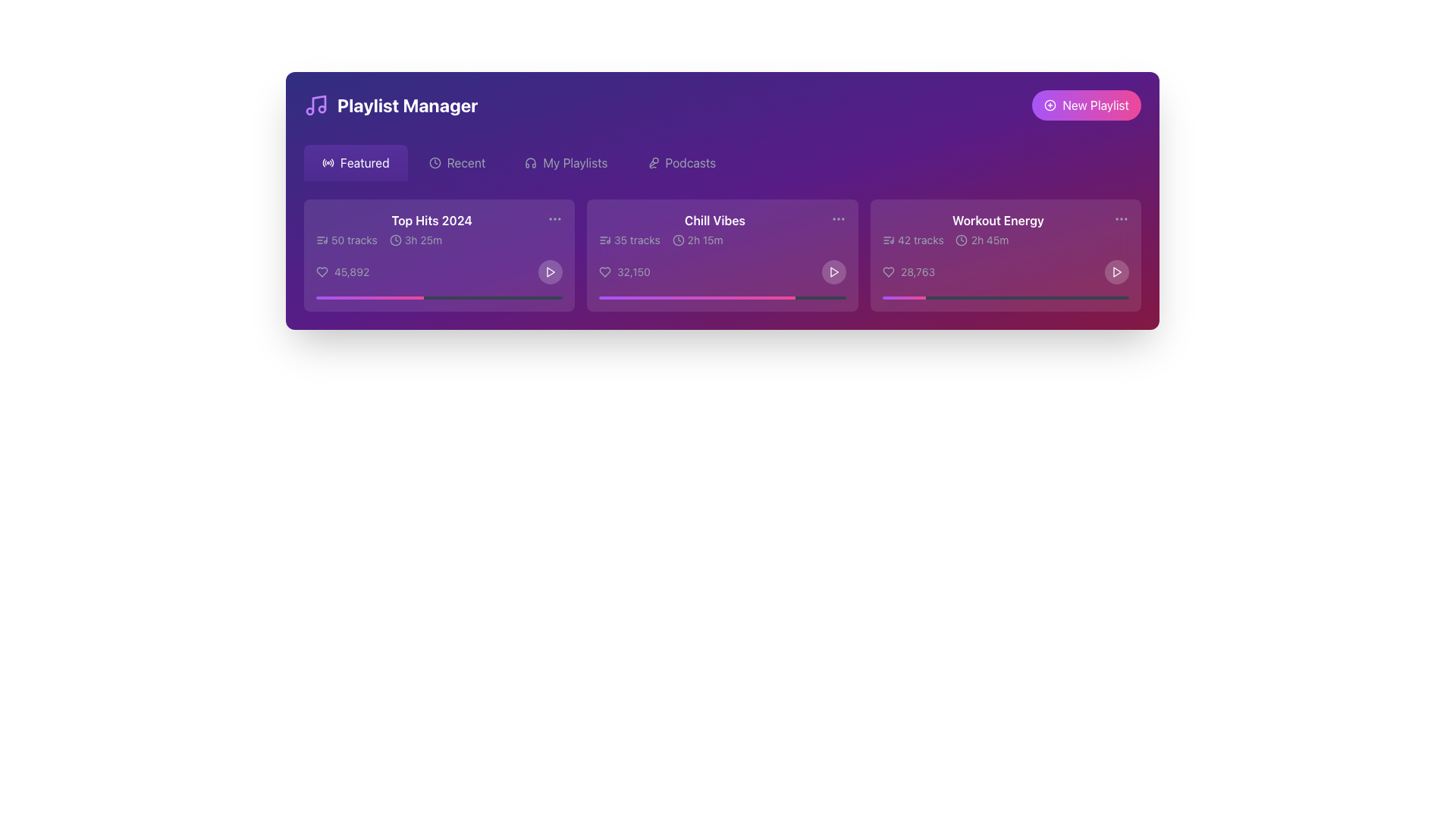  What do you see at coordinates (912, 239) in the screenshot?
I see `the label that displays the number of tracks in the 'Workout Energy' playlist, located near the upper left corner of the playlist card, to the left of the '2h 45m' text` at bounding box center [912, 239].